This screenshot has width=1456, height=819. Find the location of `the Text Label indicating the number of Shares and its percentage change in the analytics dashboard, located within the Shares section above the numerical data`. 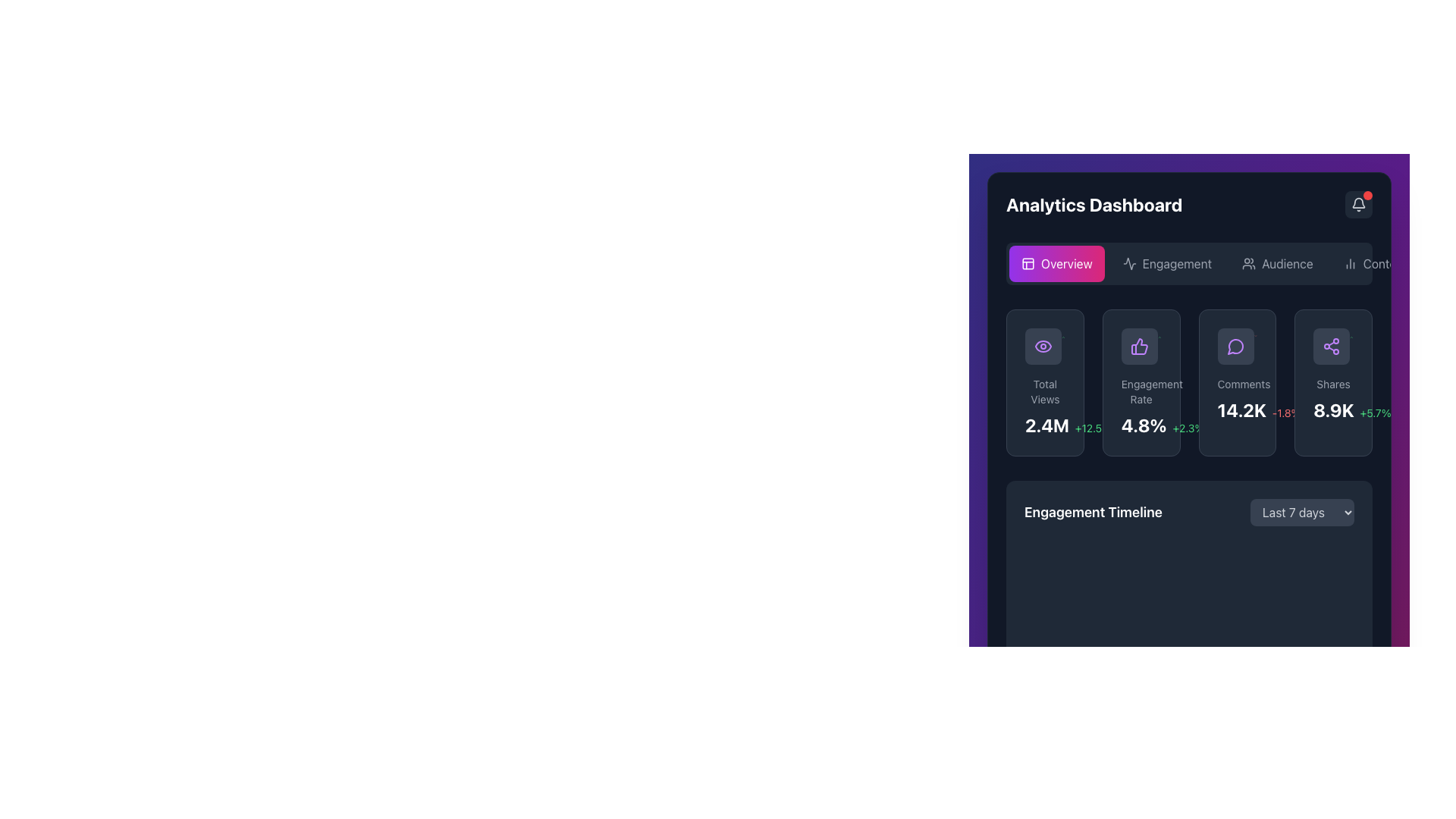

the Text Label indicating the number of Shares and its percentage change in the analytics dashboard, located within the Shares section above the numerical data is located at coordinates (1332, 383).